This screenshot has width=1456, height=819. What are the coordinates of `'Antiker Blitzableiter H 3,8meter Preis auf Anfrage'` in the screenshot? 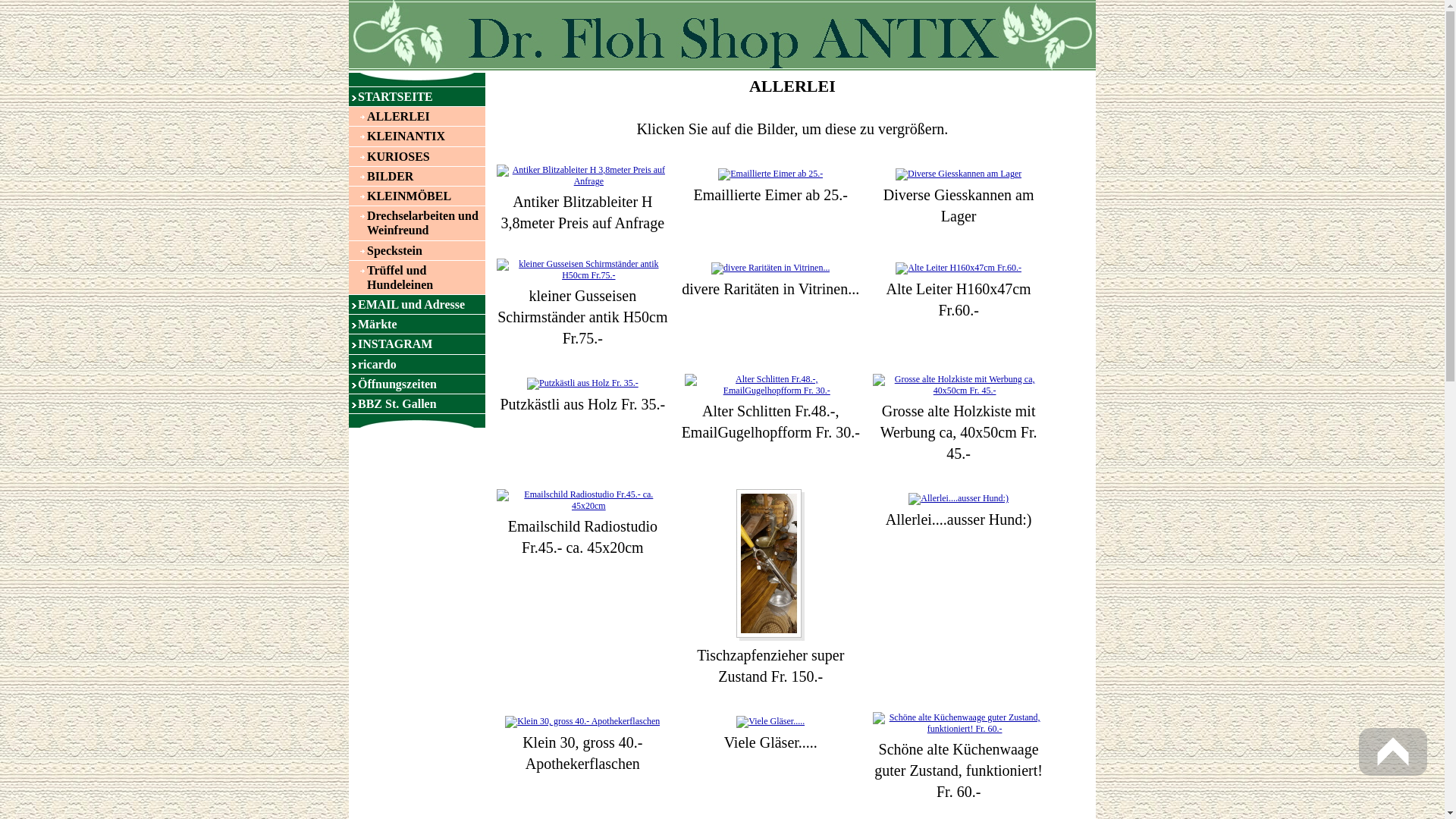 It's located at (582, 174).